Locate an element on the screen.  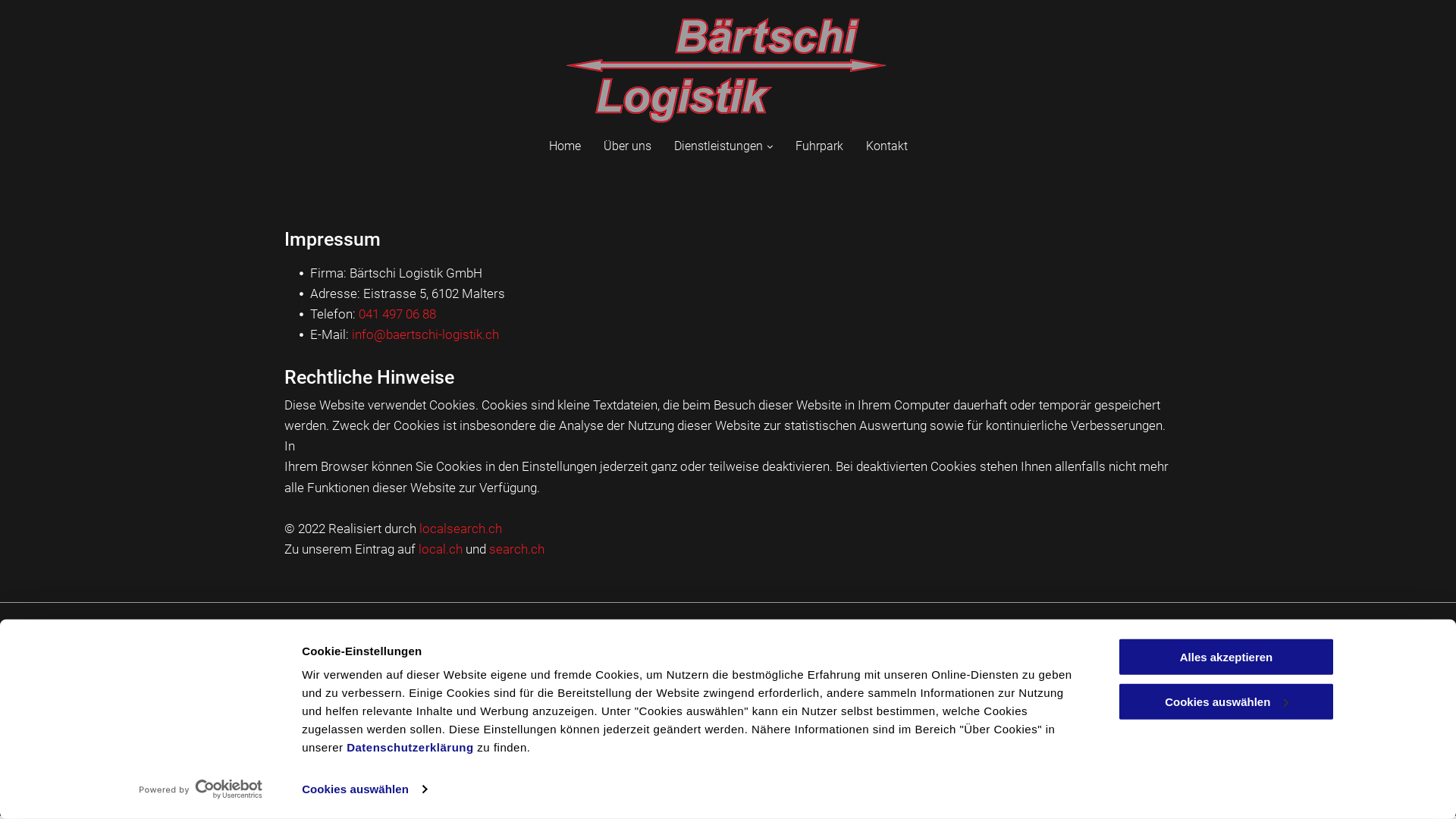
'info@baertschi-logistik.ch' is located at coordinates (425, 333).